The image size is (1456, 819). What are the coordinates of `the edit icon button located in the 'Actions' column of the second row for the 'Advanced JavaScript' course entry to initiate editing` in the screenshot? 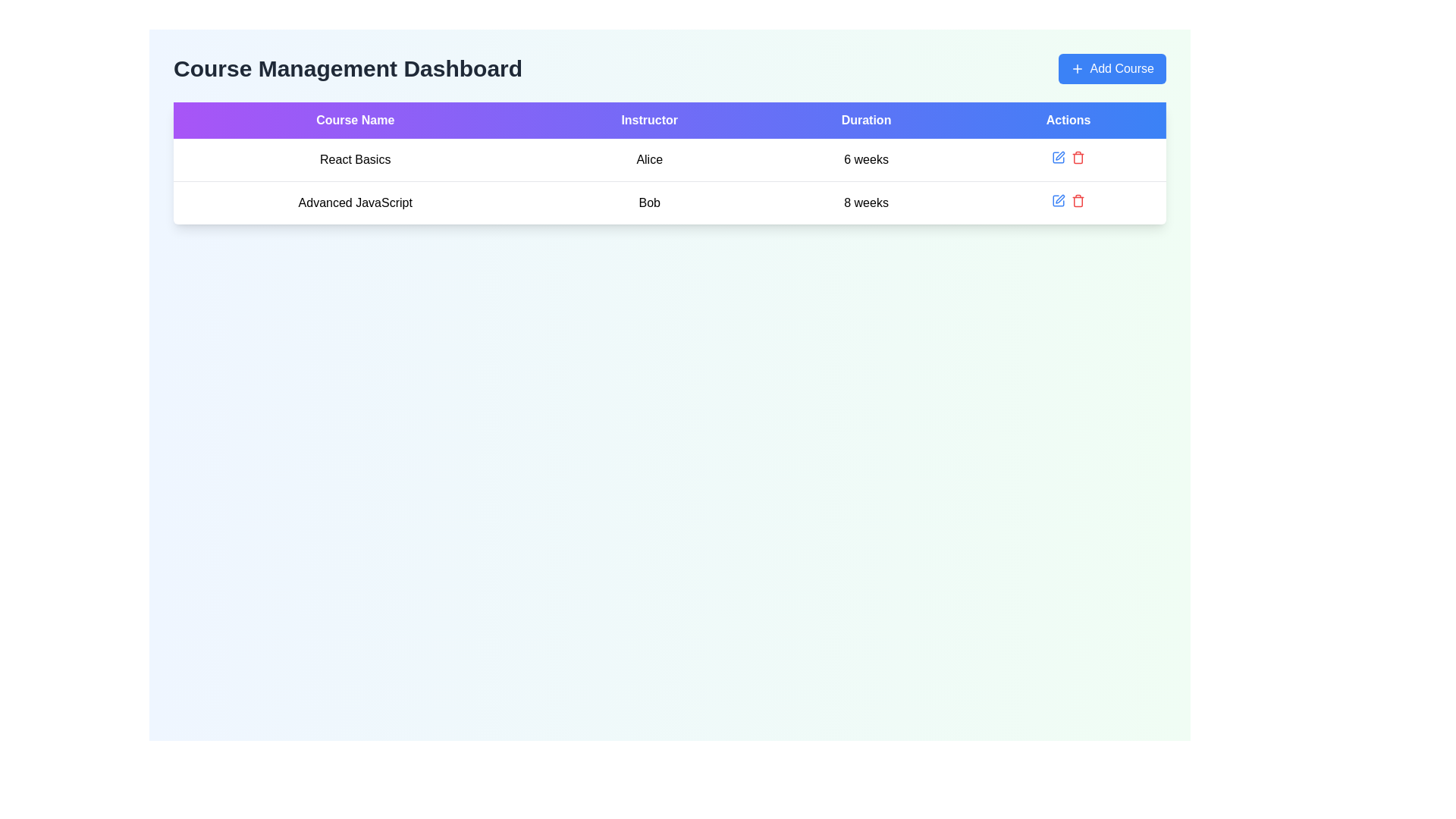 It's located at (1058, 158).